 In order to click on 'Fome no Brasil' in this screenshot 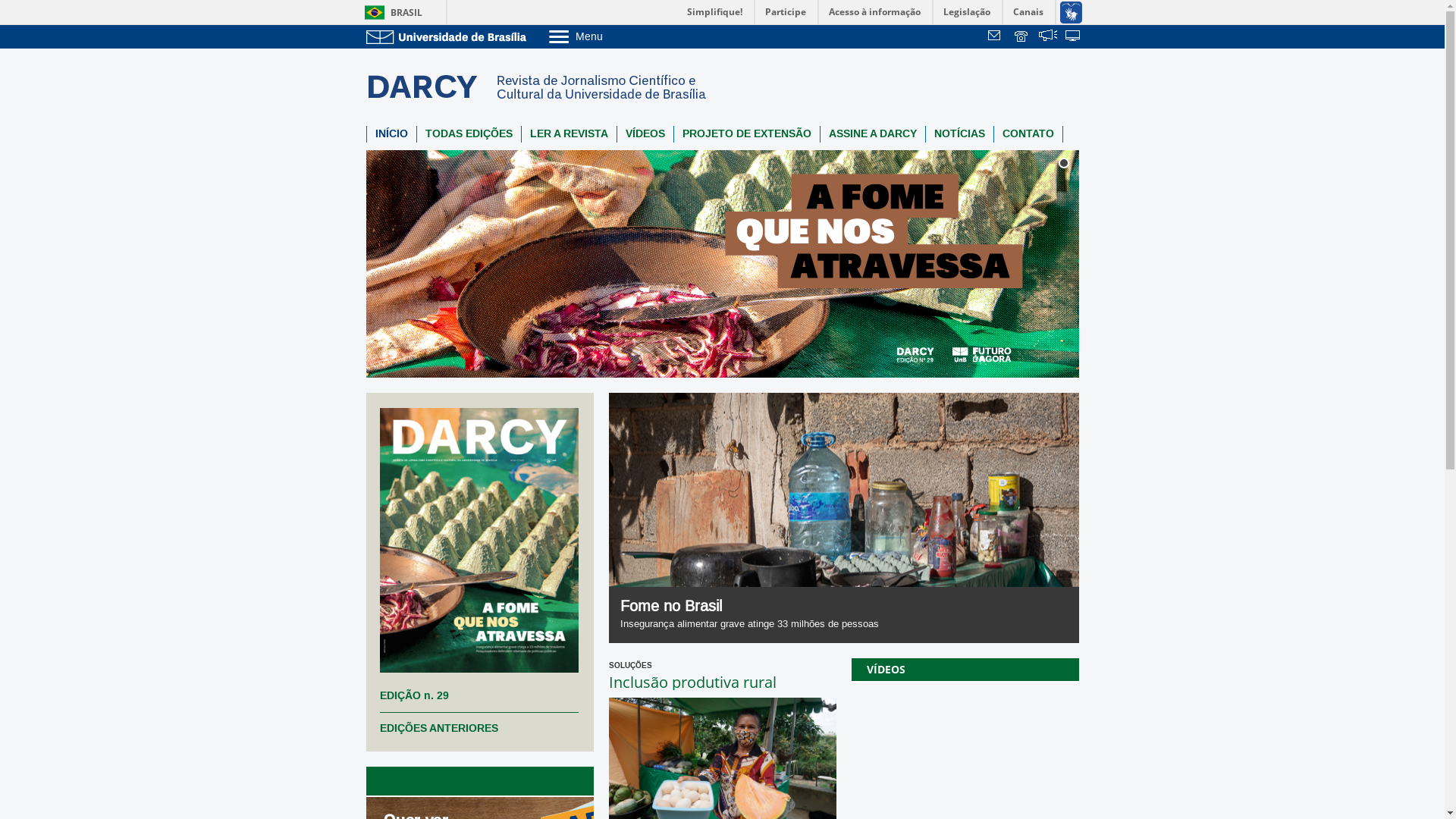, I will do `click(620, 605)`.